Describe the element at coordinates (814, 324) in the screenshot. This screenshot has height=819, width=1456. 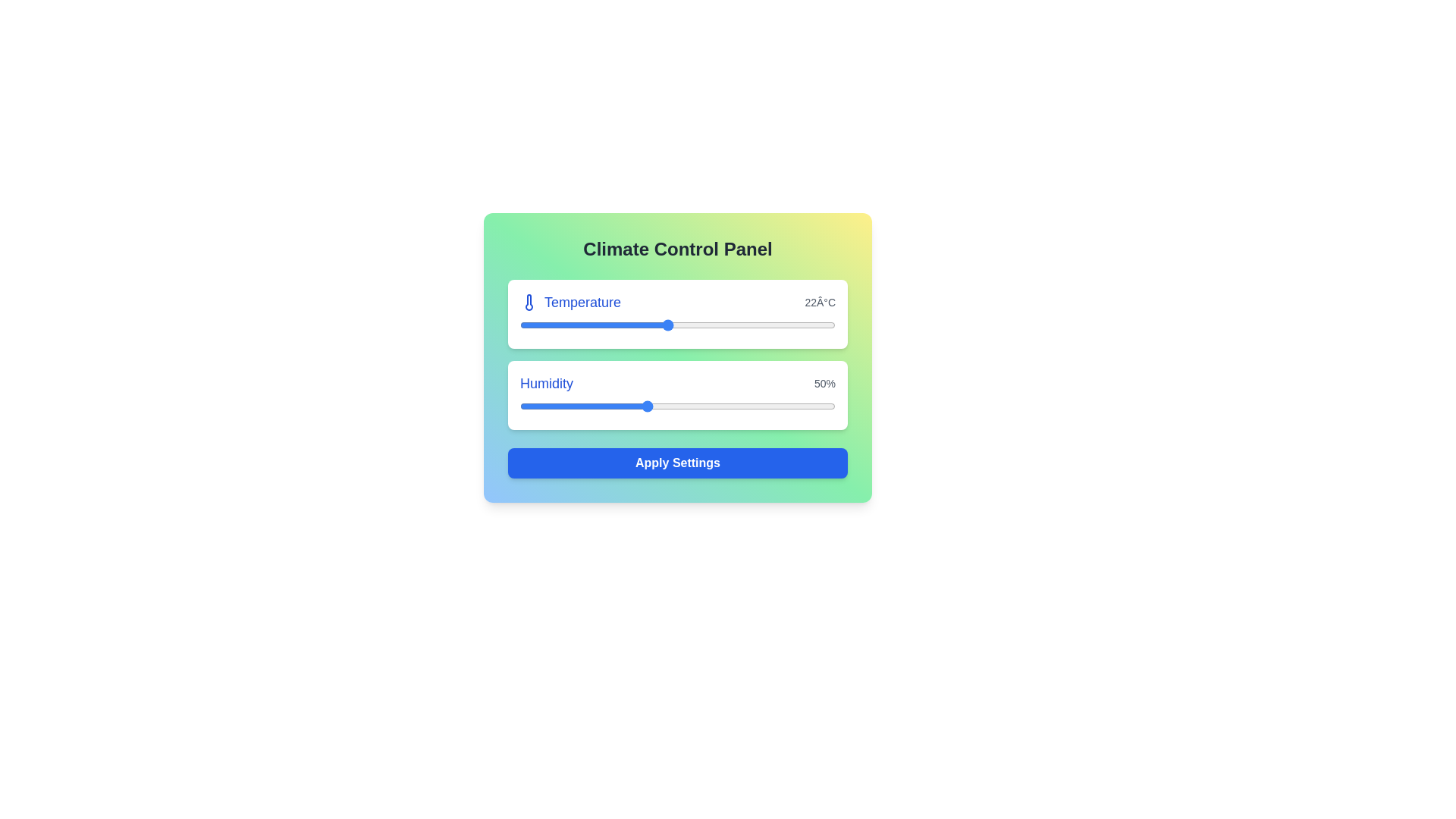
I see `the temperature slider` at that location.